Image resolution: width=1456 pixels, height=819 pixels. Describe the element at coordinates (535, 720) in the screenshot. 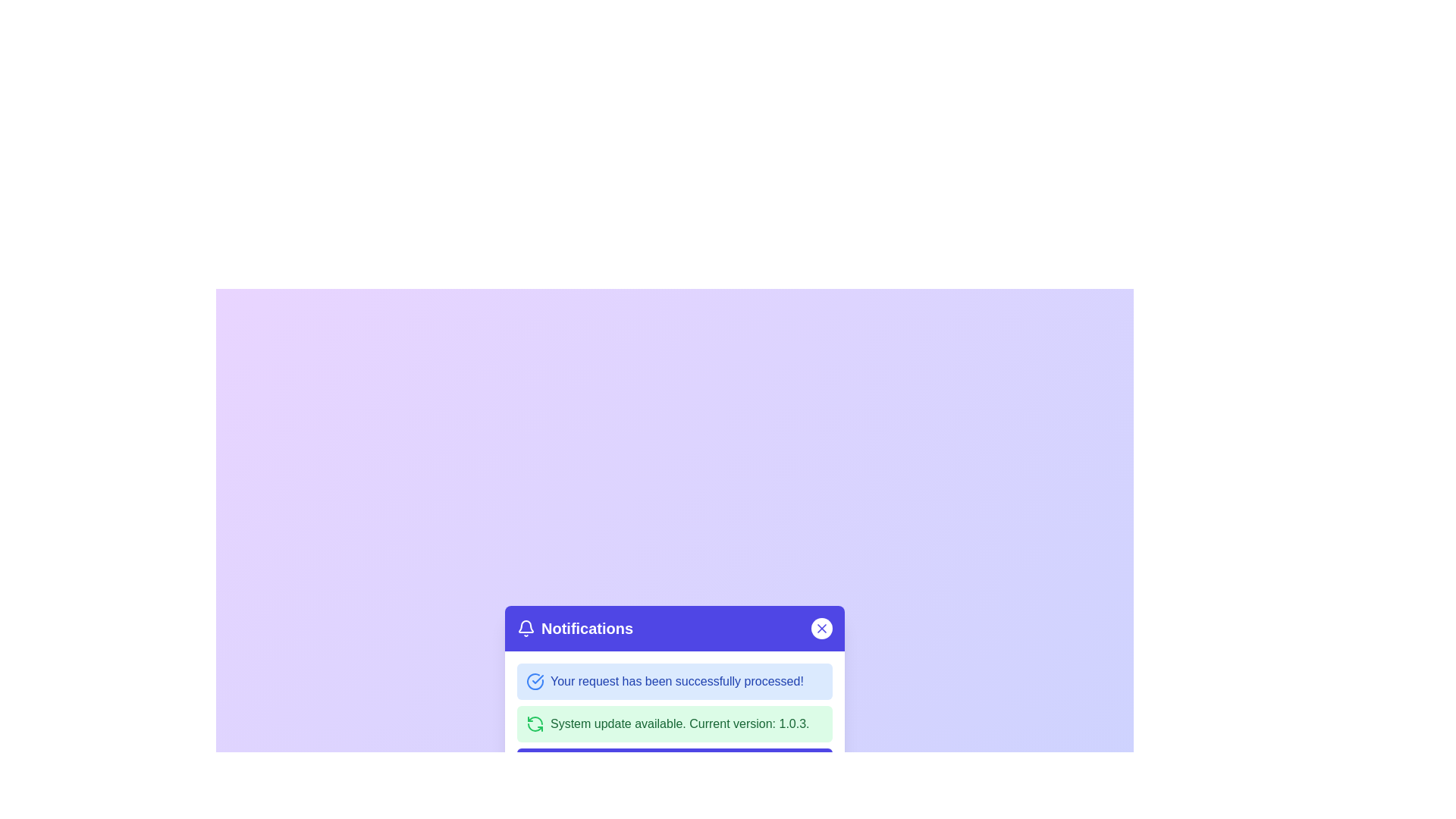

I see `top-left curved segment of the refresh icon styled with a green stroke using developer tools` at that location.